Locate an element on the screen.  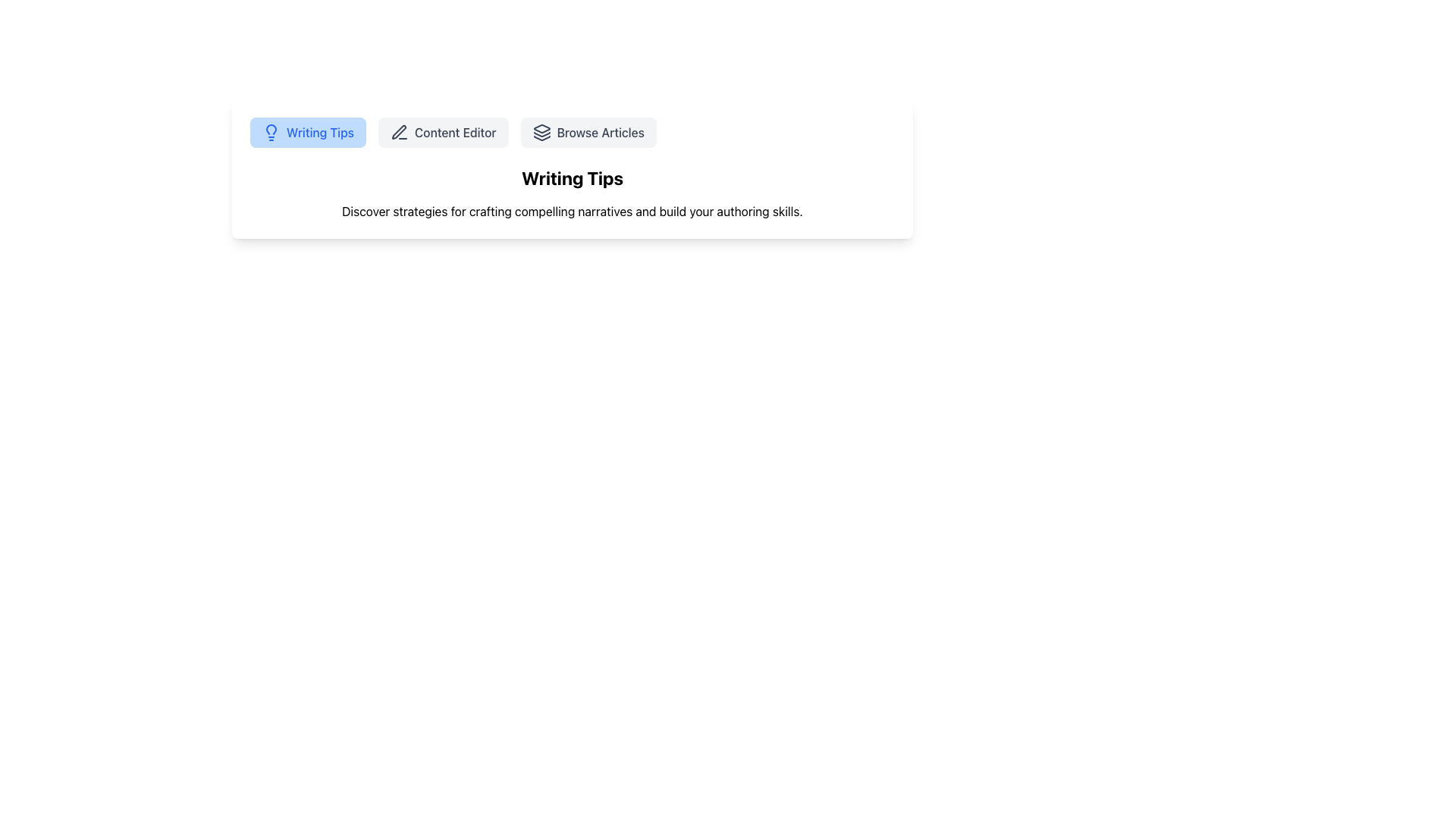
the 'Browse Articles' button, which is a rectangular button with a light gray background and the text 'Browse Articles' in medium gray font, located to the right of the 'Content Editor' button is located at coordinates (588, 131).